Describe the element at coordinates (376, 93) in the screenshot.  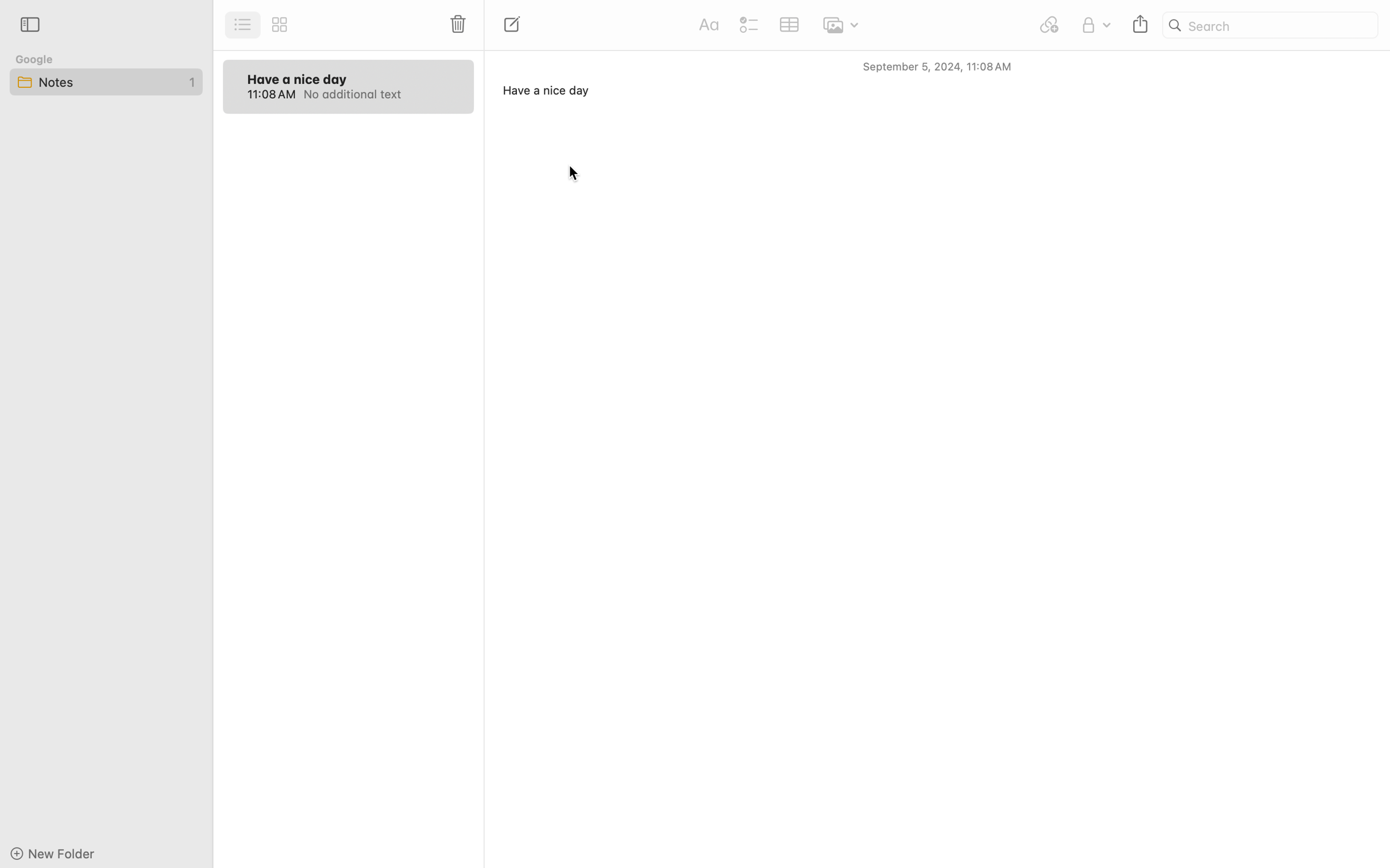
I see `'No additional text'` at that location.